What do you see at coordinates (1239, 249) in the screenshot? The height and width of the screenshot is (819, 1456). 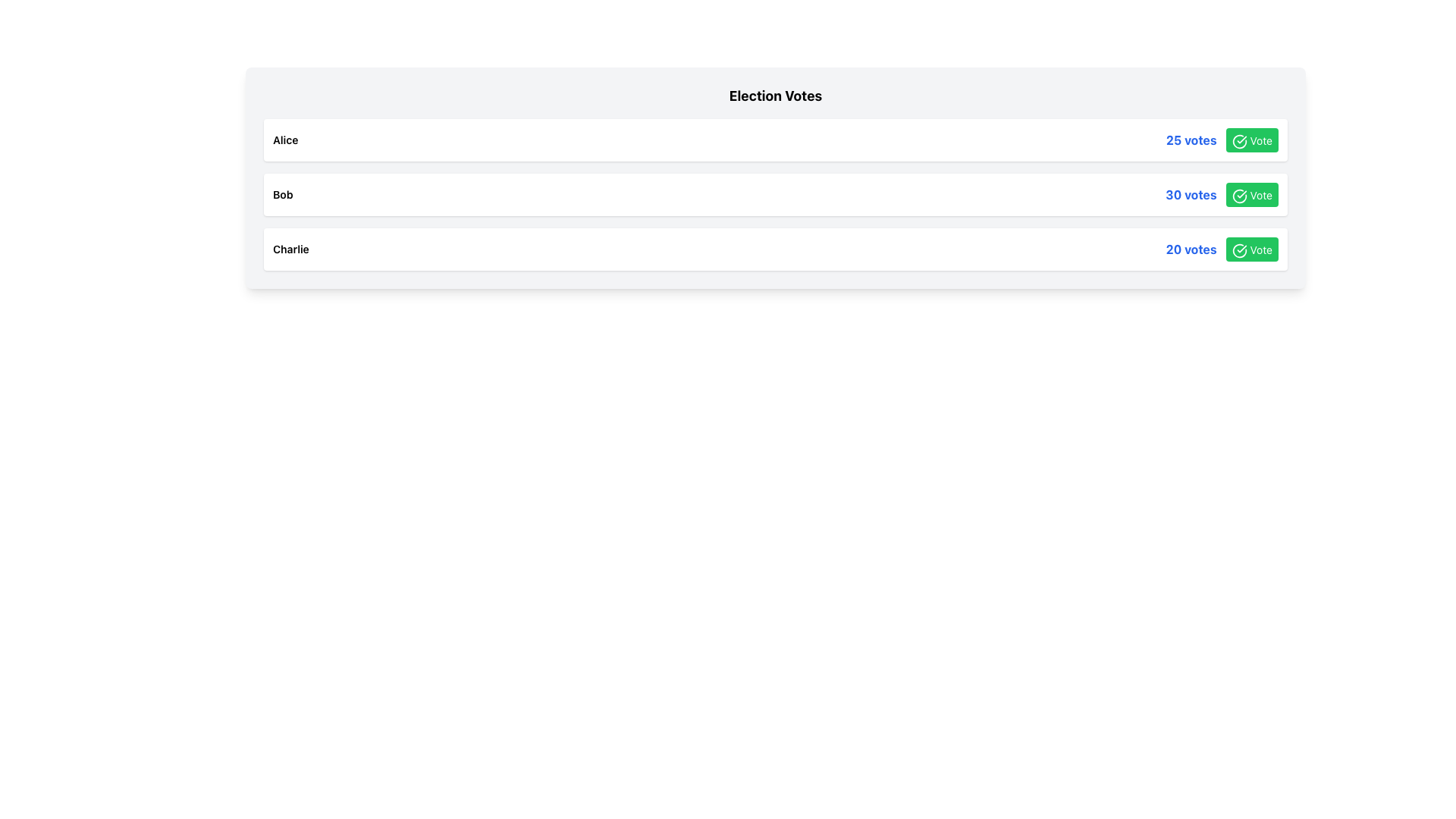 I see `the SVG icon within the green rectangular button labeled 'Vote' located in the third row of the list, which represents a successful action with a checkmark` at bounding box center [1239, 249].